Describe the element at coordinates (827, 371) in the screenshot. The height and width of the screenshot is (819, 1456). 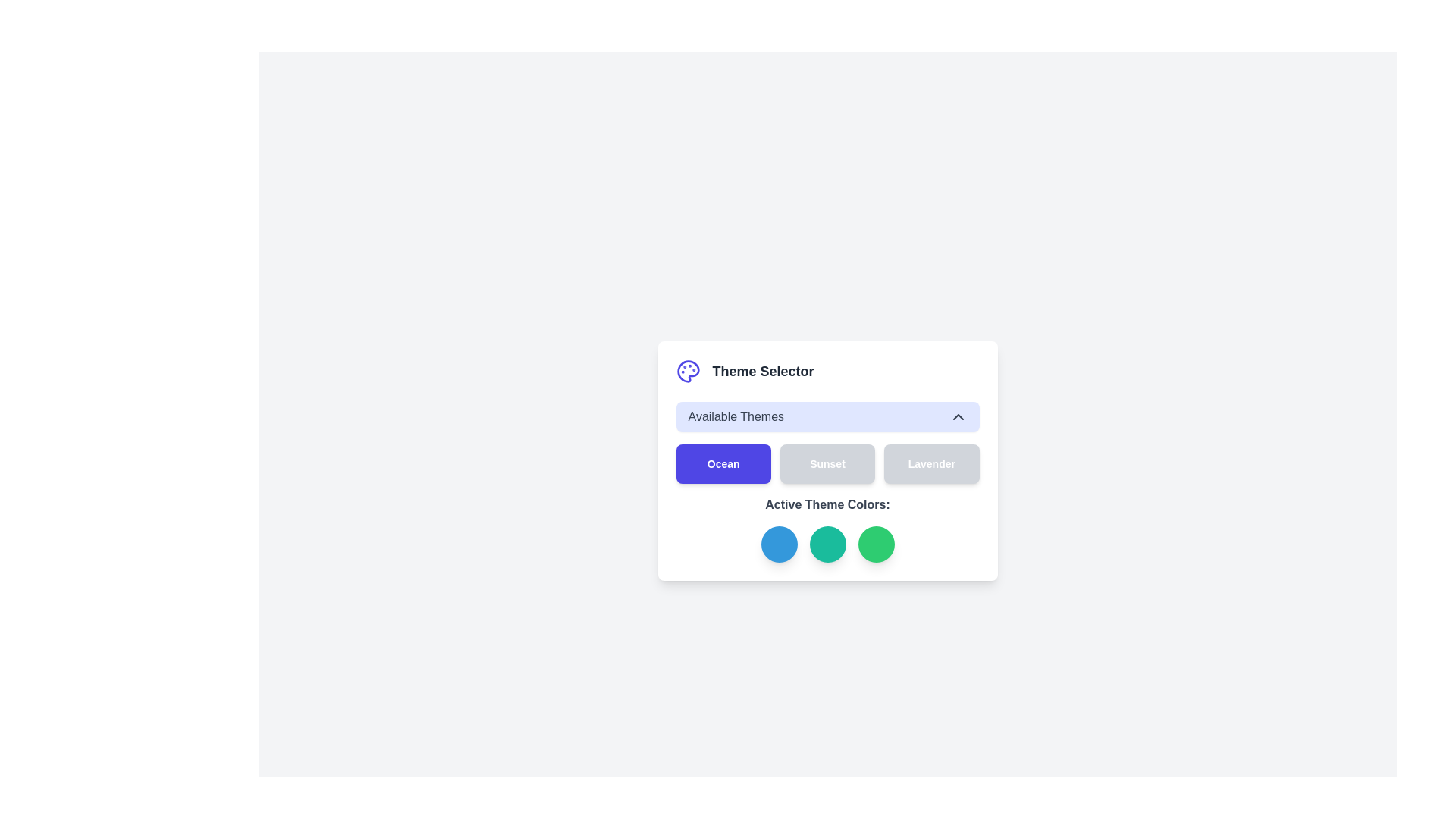
I see `the 'Theme Selector' label with the palette icon for accessibility` at that location.